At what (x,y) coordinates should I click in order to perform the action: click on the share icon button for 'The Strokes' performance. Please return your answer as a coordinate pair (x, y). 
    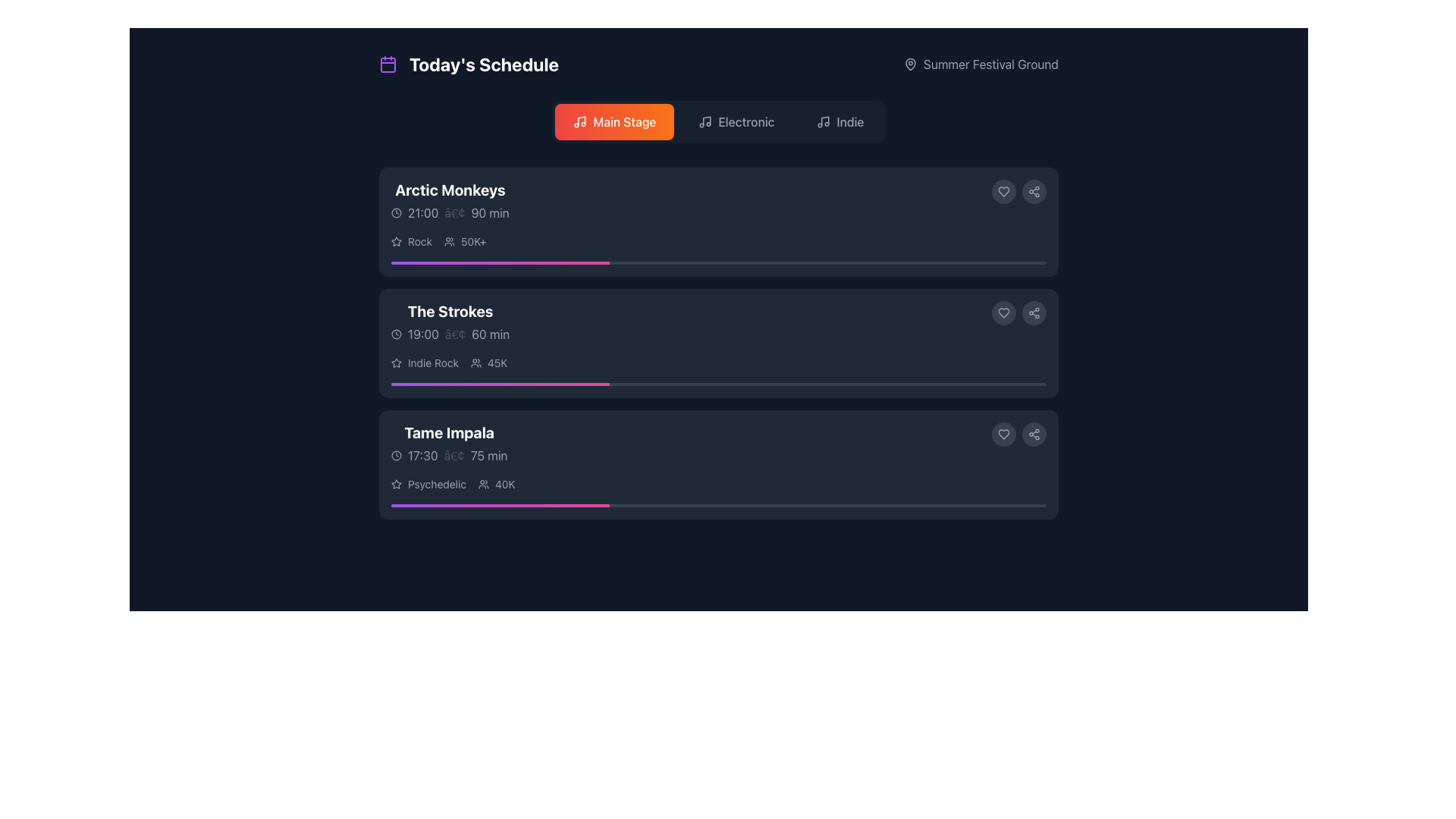
    Looking at the image, I should click on (1033, 312).